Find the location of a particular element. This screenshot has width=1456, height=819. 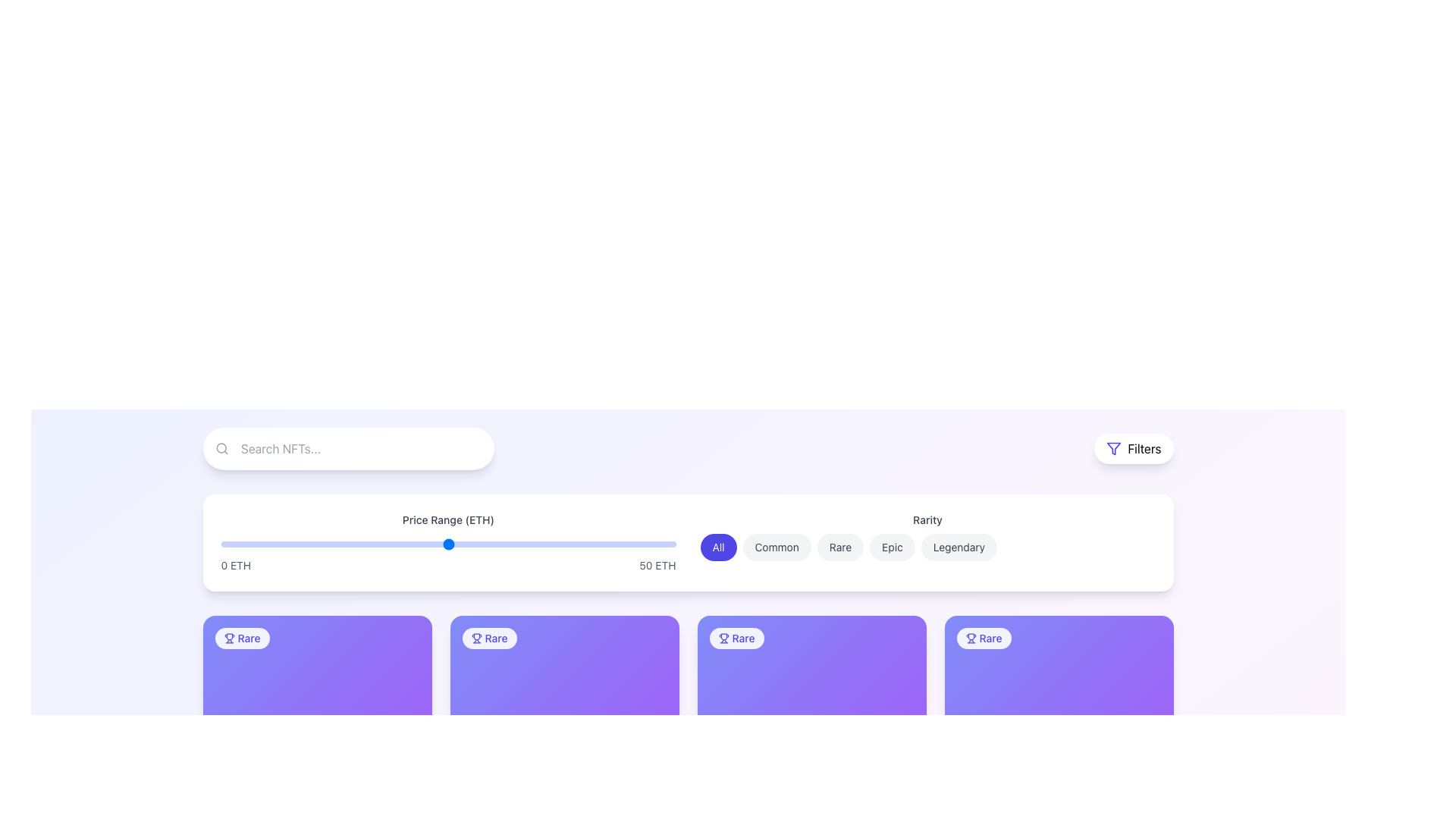

the 'Epic' button, which is a rounded rectangular button with a light gray background located in the top center area of the interface, below the 'Price Range' filter is located at coordinates (892, 547).